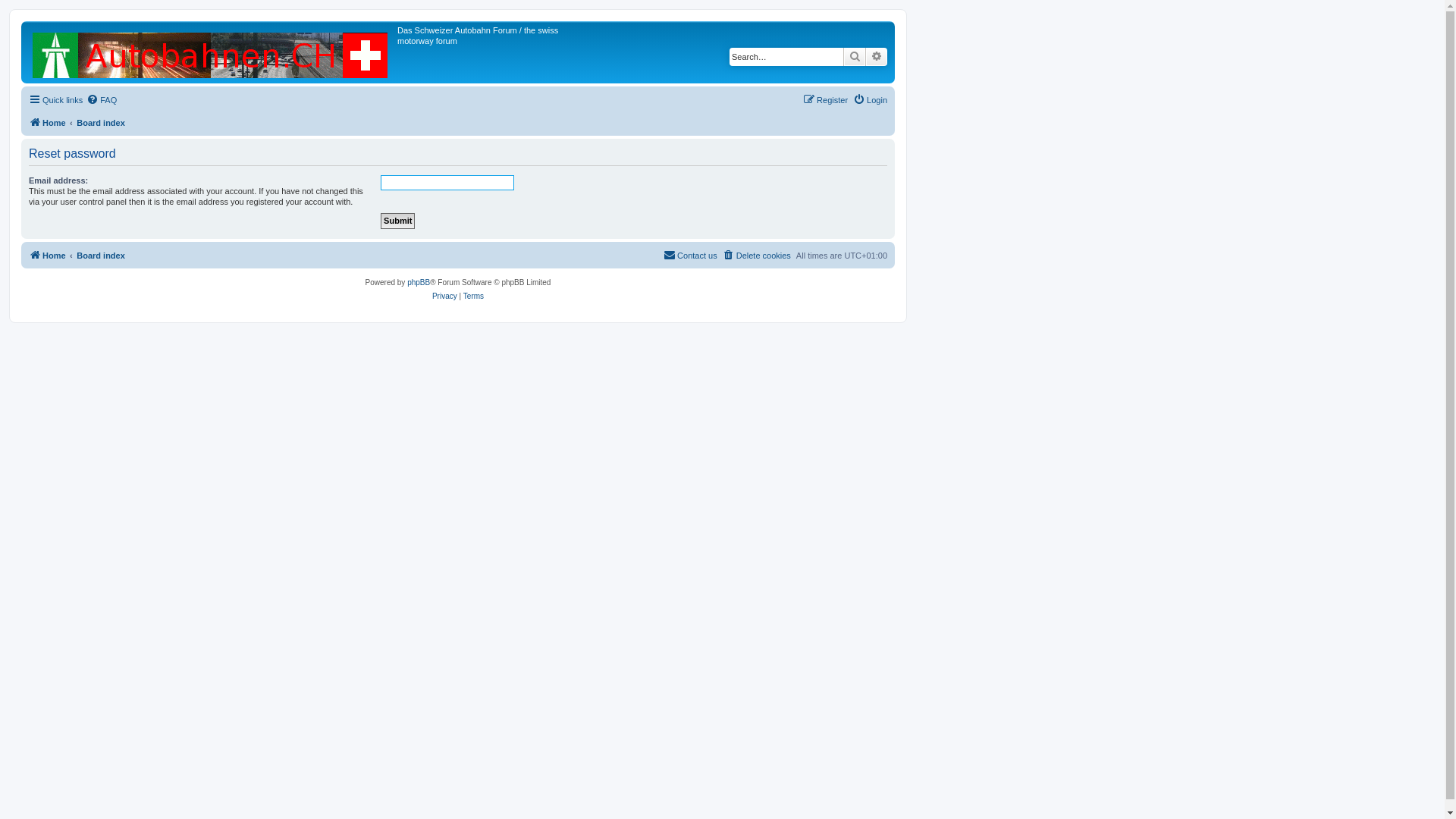 This screenshot has width=1456, height=819. I want to click on 'Home', so click(47, 122).